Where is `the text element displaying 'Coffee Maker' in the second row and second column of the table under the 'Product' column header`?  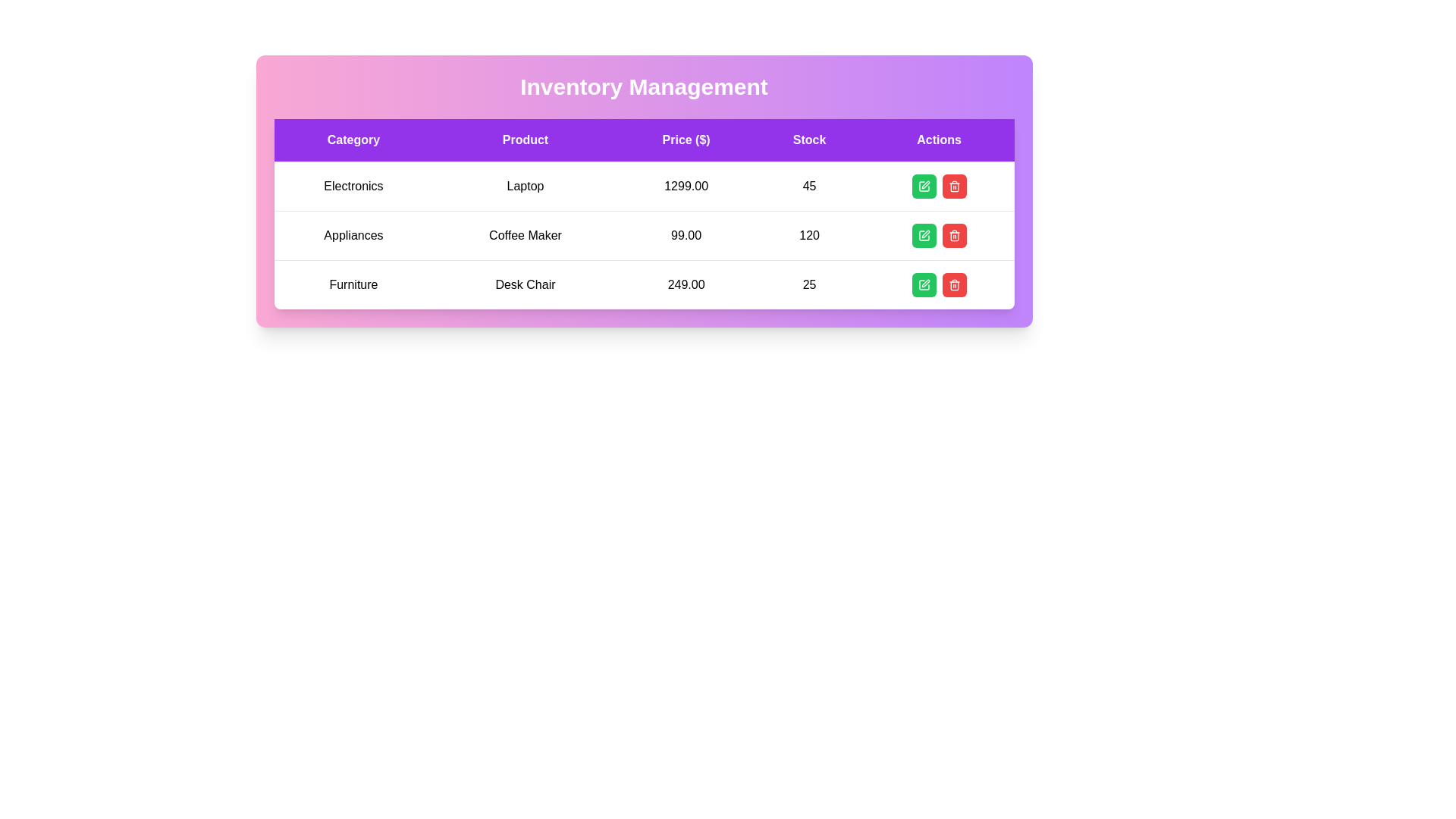
the text element displaying 'Coffee Maker' in the second row and second column of the table under the 'Product' column header is located at coordinates (525, 236).